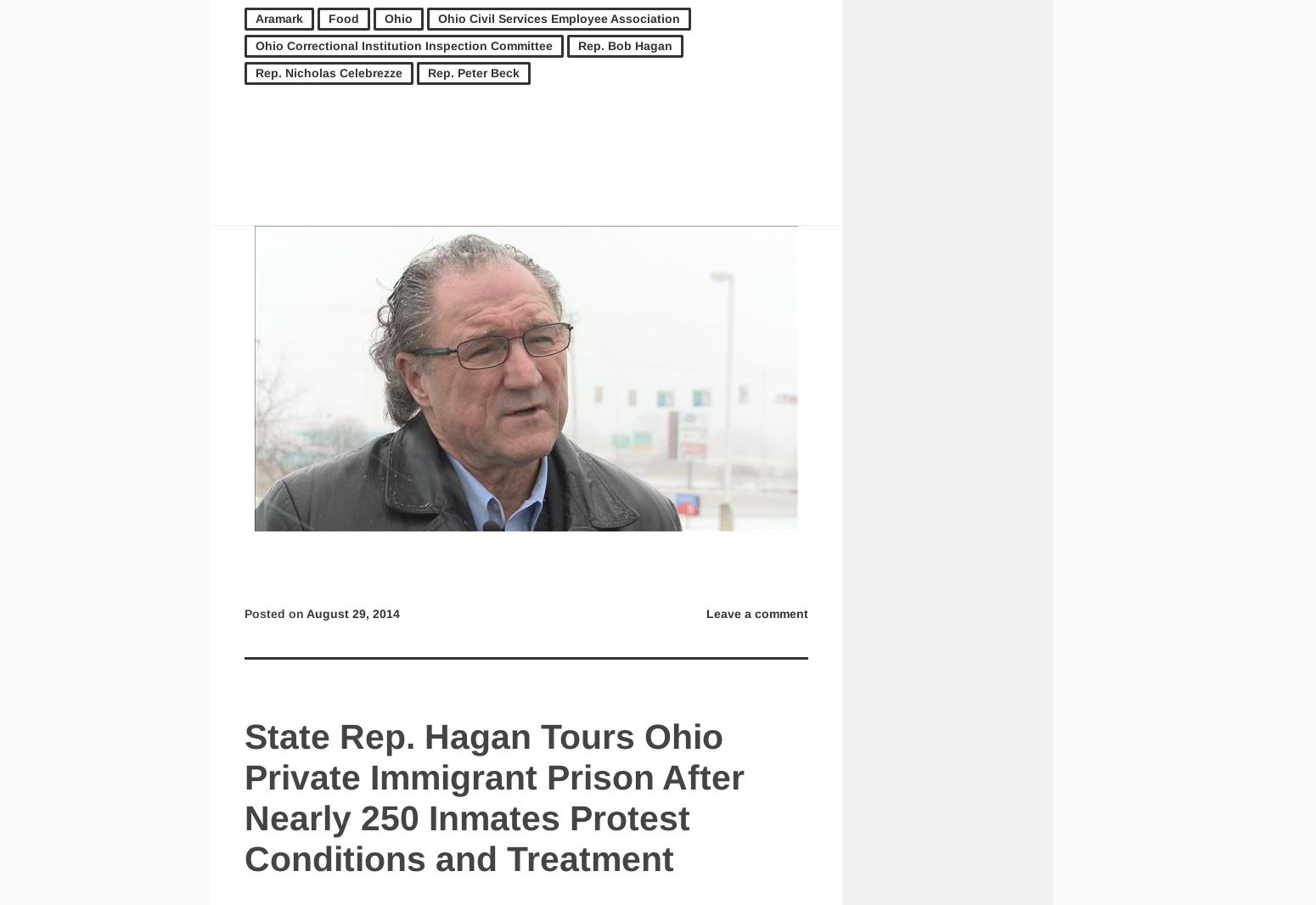 The height and width of the screenshot is (905, 1316). I want to click on 'Aramark', so click(256, 17).